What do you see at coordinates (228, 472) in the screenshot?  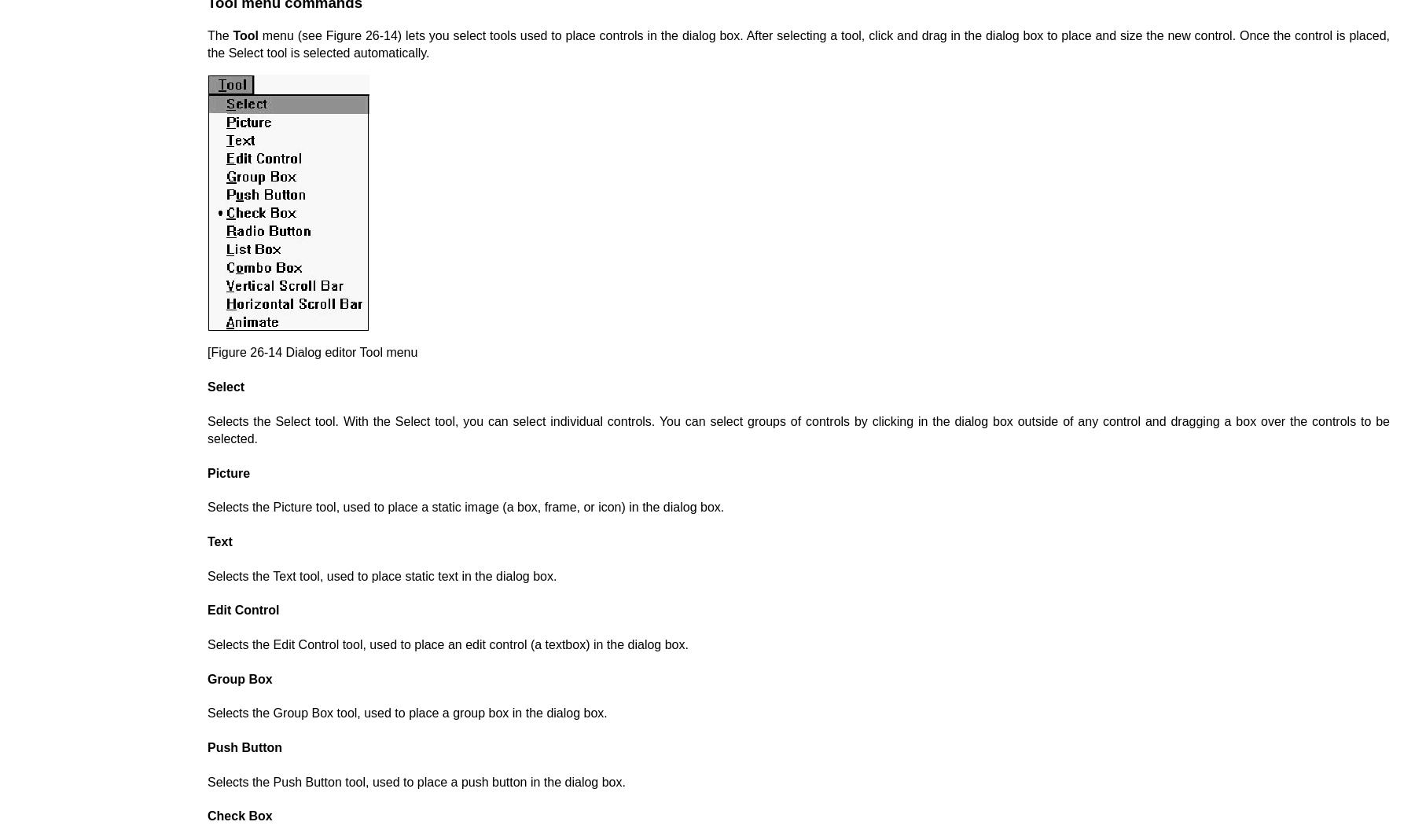 I see `'Picture'` at bounding box center [228, 472].